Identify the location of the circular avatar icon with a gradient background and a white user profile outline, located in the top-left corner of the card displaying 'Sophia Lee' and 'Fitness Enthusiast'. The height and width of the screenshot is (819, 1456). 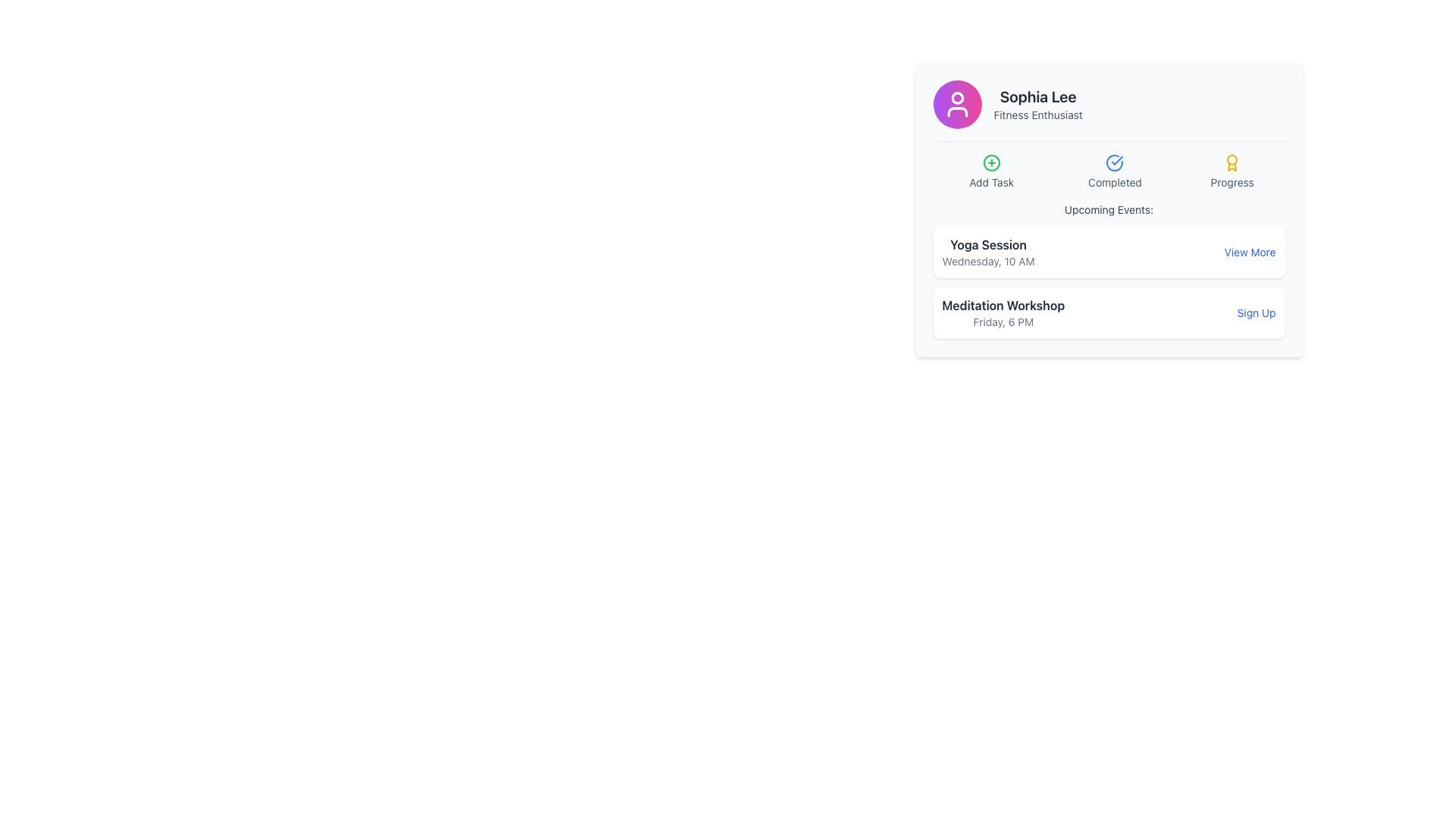
(956, 104).